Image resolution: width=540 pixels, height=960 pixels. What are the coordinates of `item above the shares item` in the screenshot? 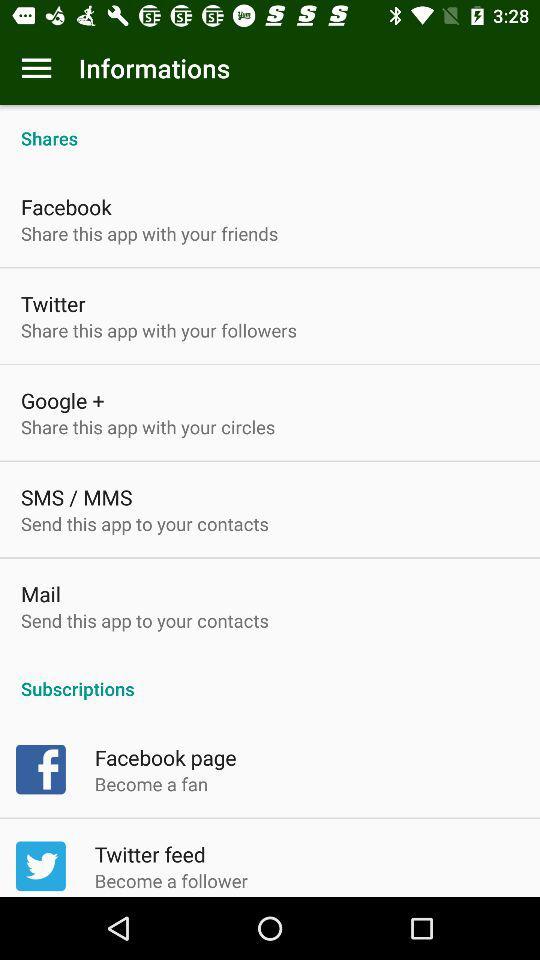 It's located at (36, 68).